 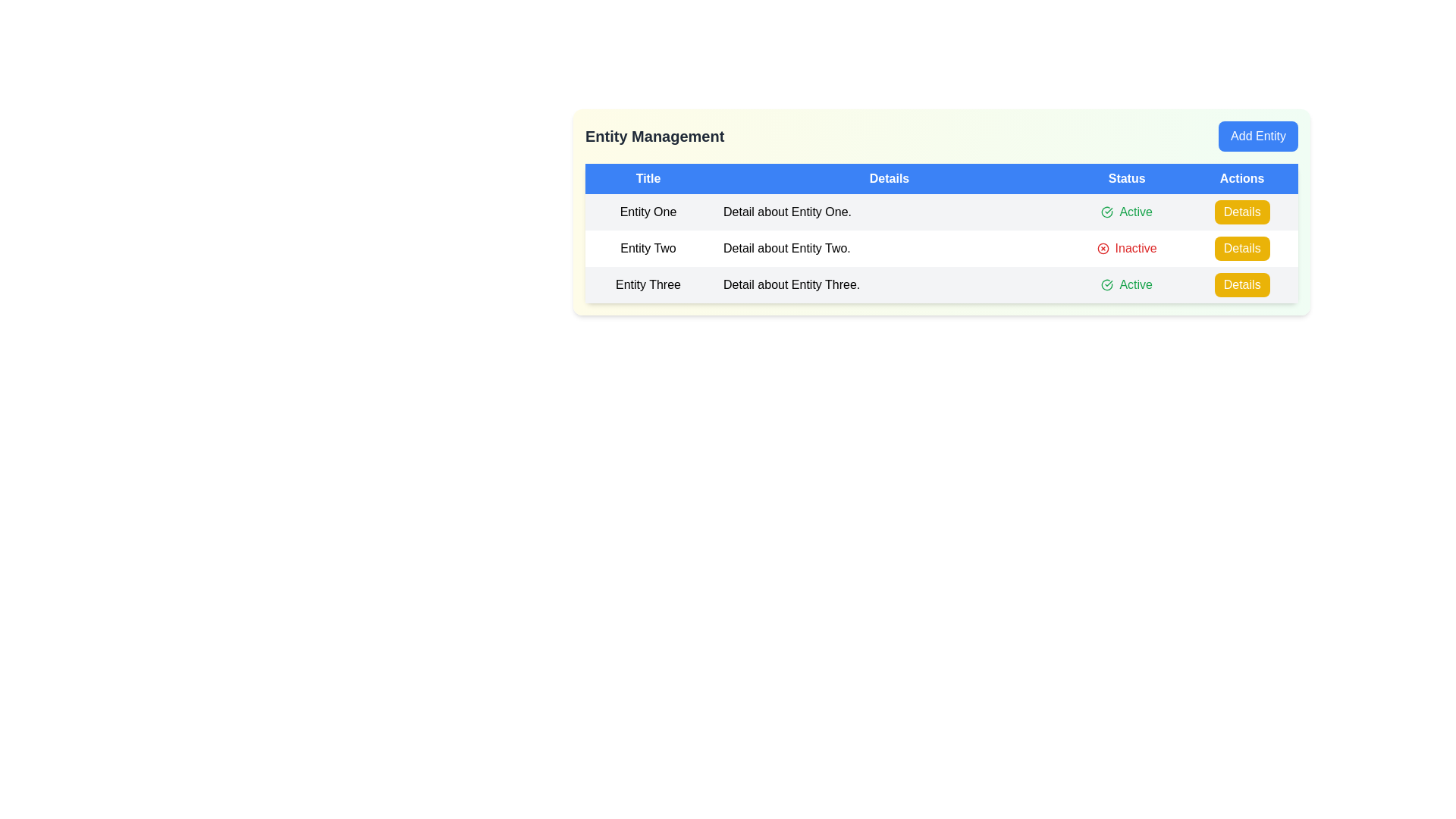 What do you see at coordinates (1127, 212) in the screenshot?
I see `the 'Active' status label with an icon located in the 'Status' column of the first row in the table, which provides immediate feedback about the entity's state` at bounding box center [1127, 212].